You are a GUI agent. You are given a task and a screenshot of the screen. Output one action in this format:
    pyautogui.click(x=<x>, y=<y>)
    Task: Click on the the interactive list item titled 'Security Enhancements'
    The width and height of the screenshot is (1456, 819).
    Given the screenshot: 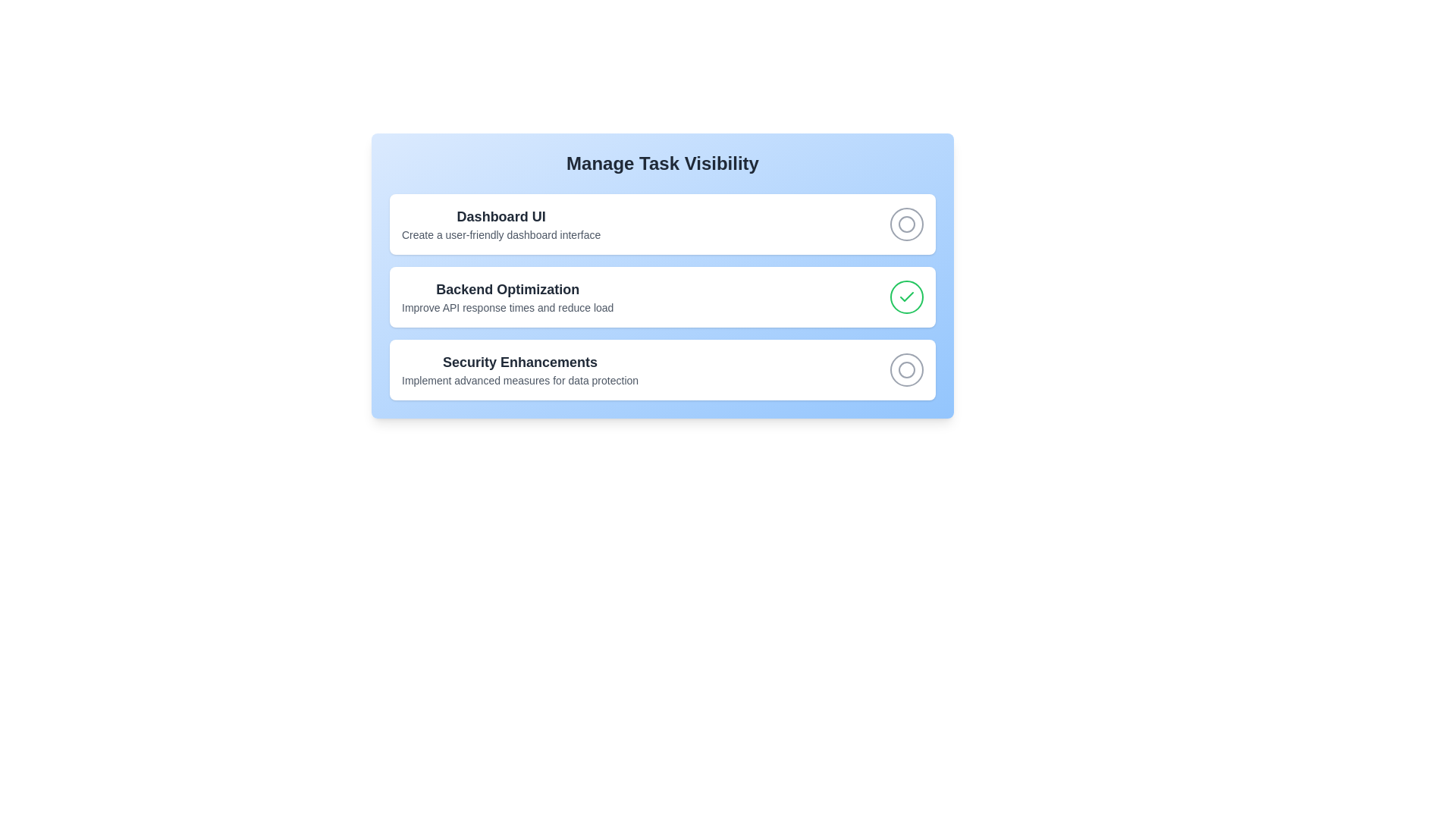 What is the action you would take?
    pyautogui.click(x=662, y=370)
    